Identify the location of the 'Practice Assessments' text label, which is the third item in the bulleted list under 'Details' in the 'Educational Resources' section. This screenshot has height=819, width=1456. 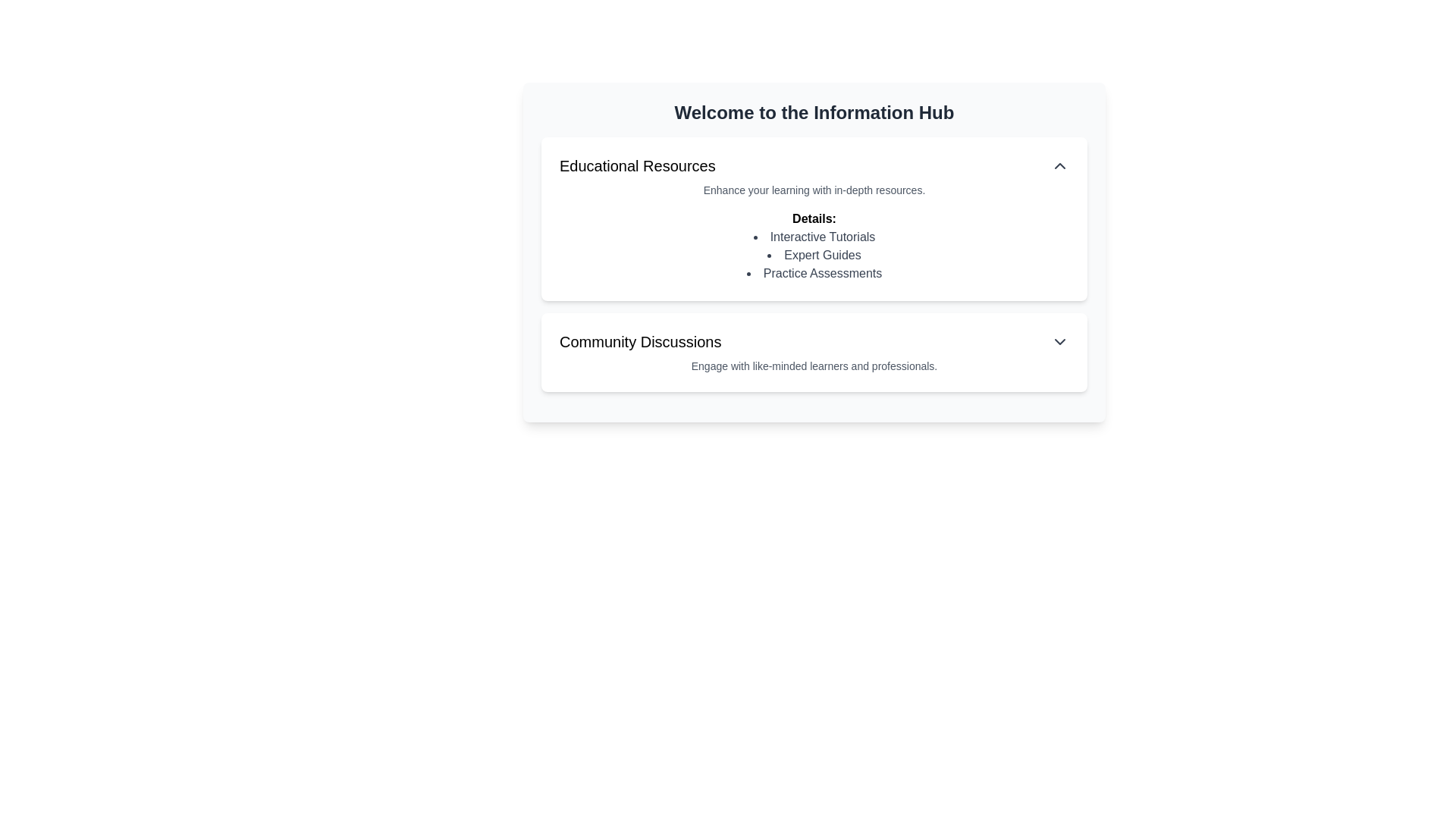
(814, 274).